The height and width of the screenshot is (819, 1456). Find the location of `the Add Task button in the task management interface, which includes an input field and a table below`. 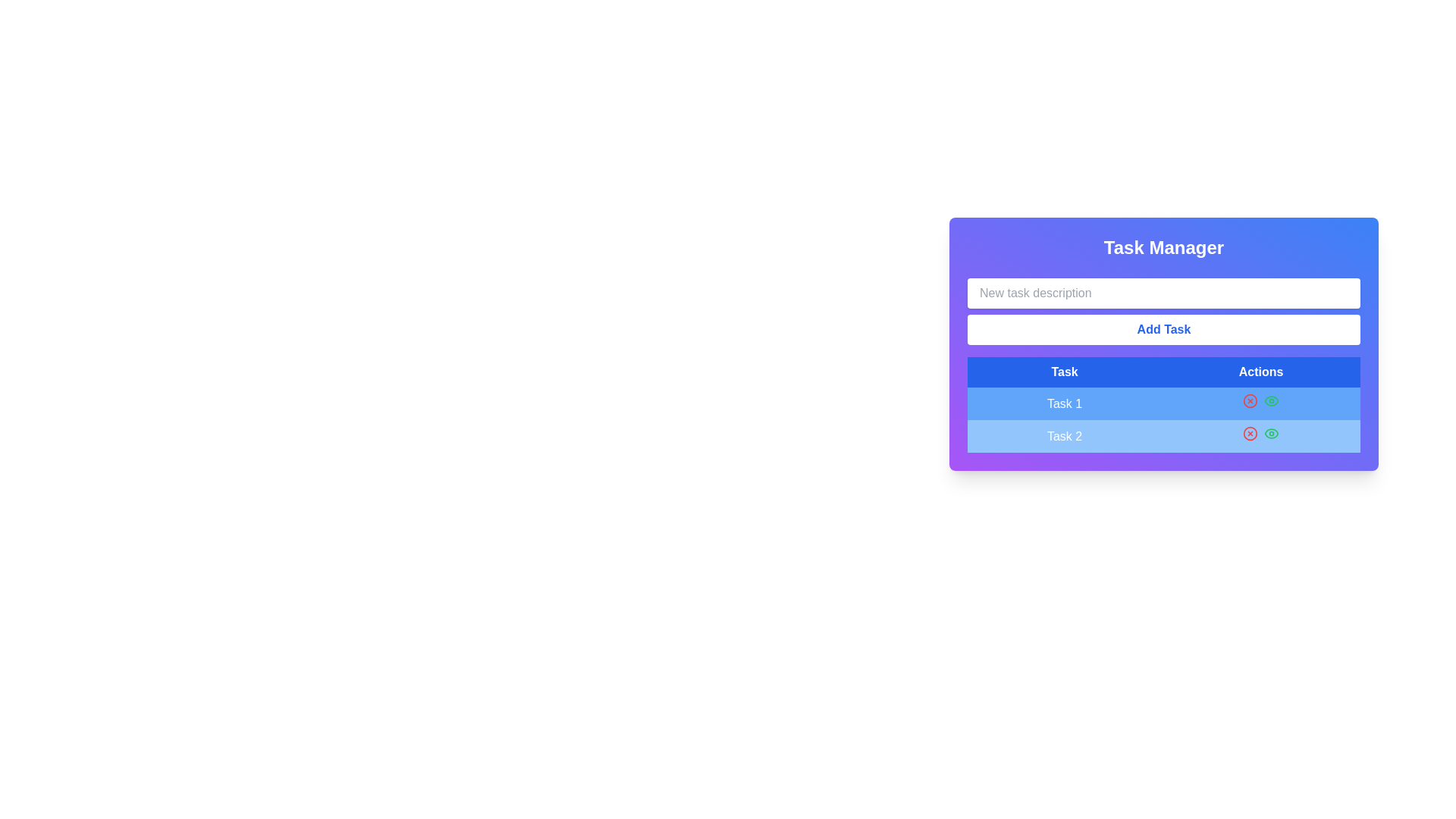

the Add Task button in the task management interface, which includes an input field and a table below is located at coordinates (1163, 344).